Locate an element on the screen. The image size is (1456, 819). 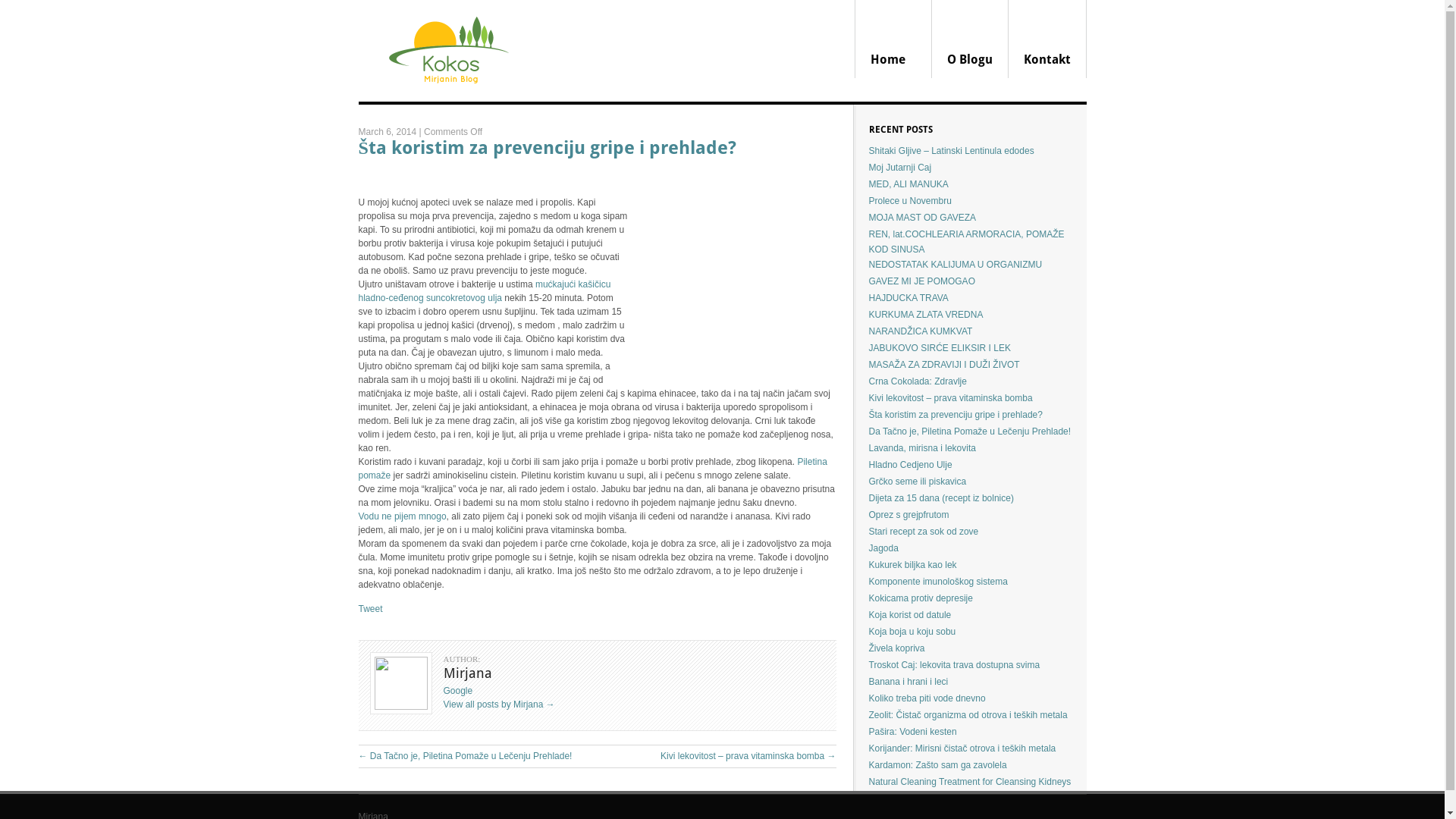
'MED, ALI MANUKA' is located at coordinates (869, 184).